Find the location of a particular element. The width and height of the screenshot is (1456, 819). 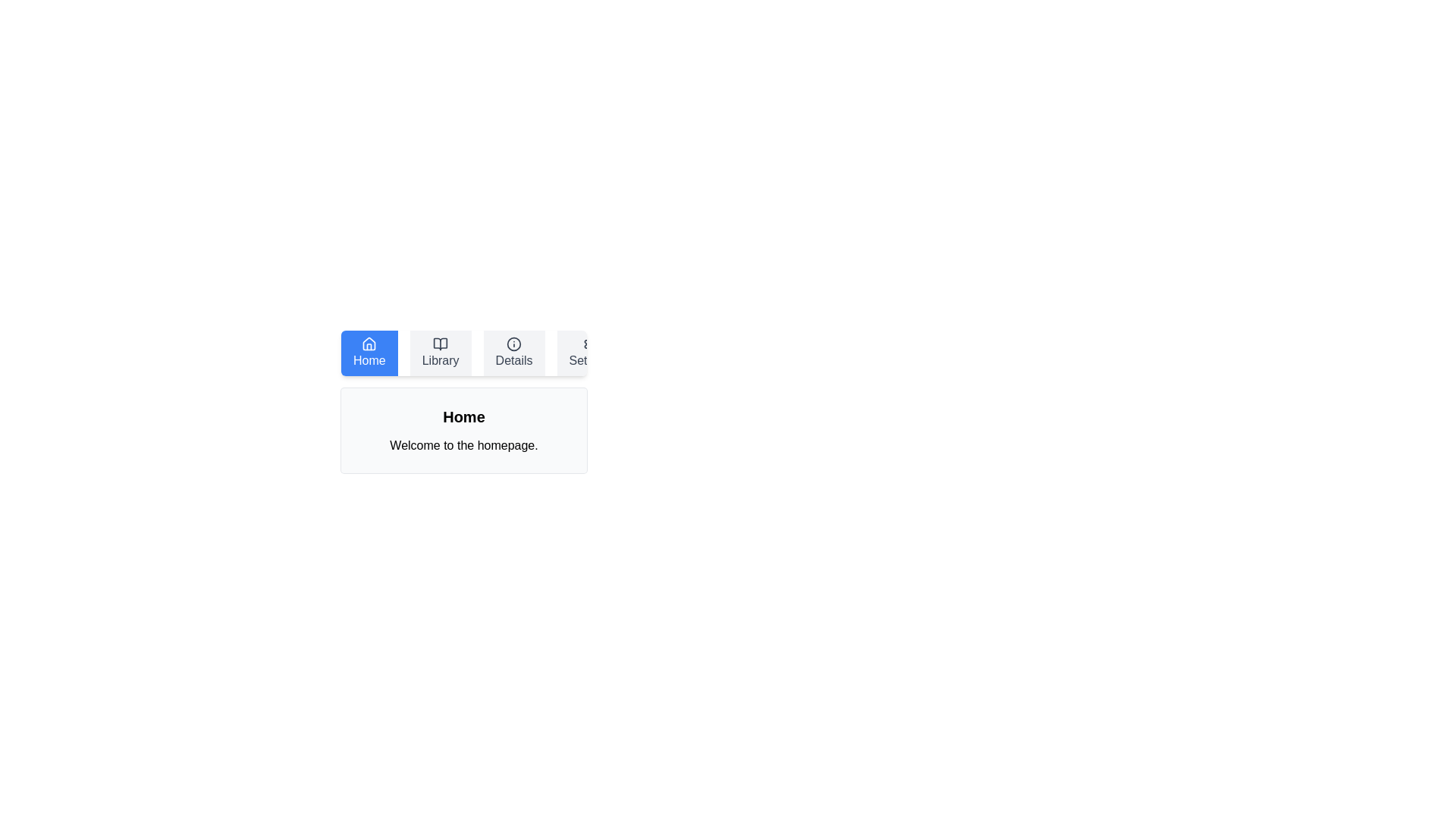

the Home tab to view its content is located at coordinates (369, 353).